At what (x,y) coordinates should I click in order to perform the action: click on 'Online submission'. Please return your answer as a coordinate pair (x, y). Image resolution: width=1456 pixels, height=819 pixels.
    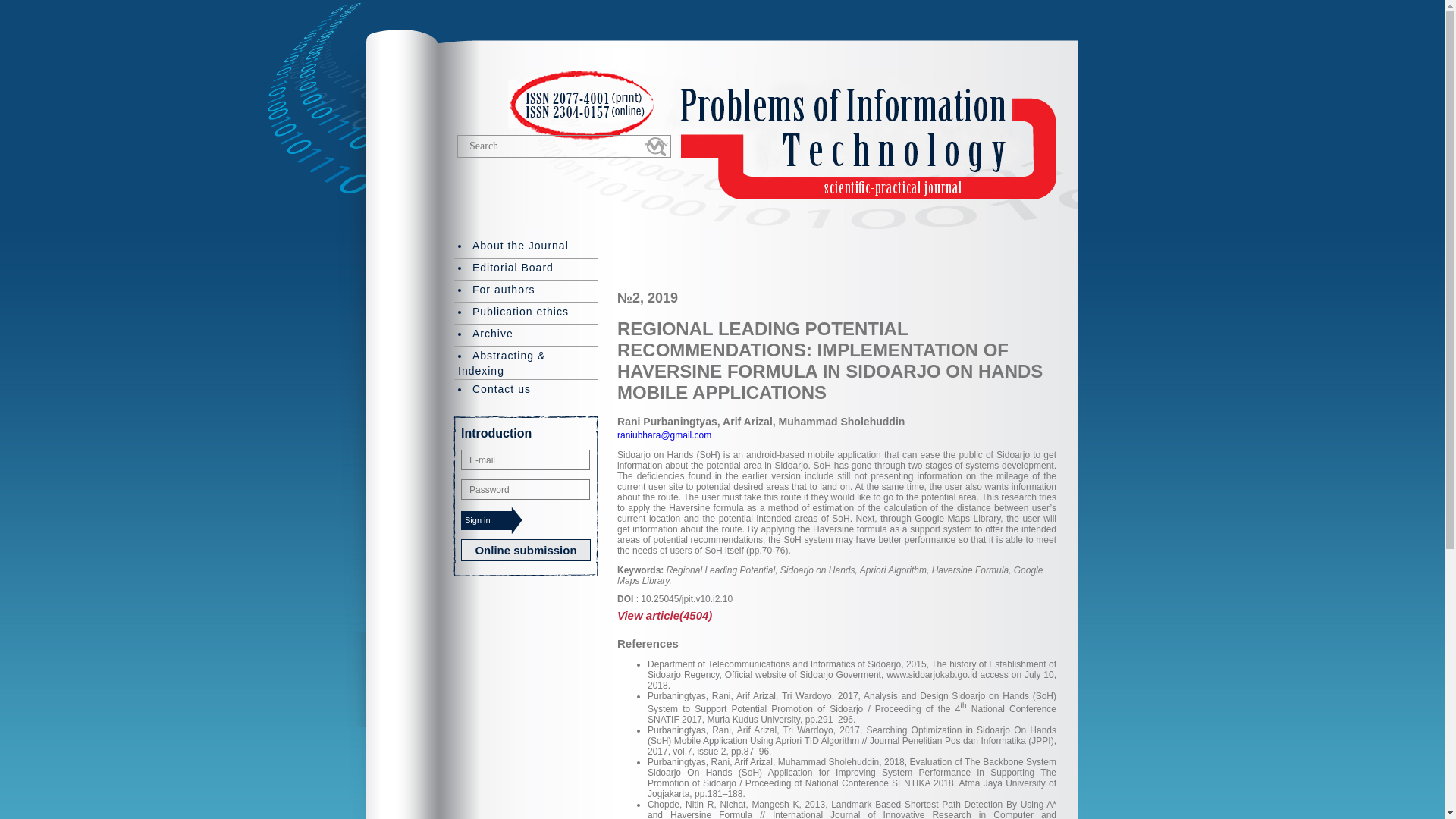
    Looking at the image, I should click on (526, 550).